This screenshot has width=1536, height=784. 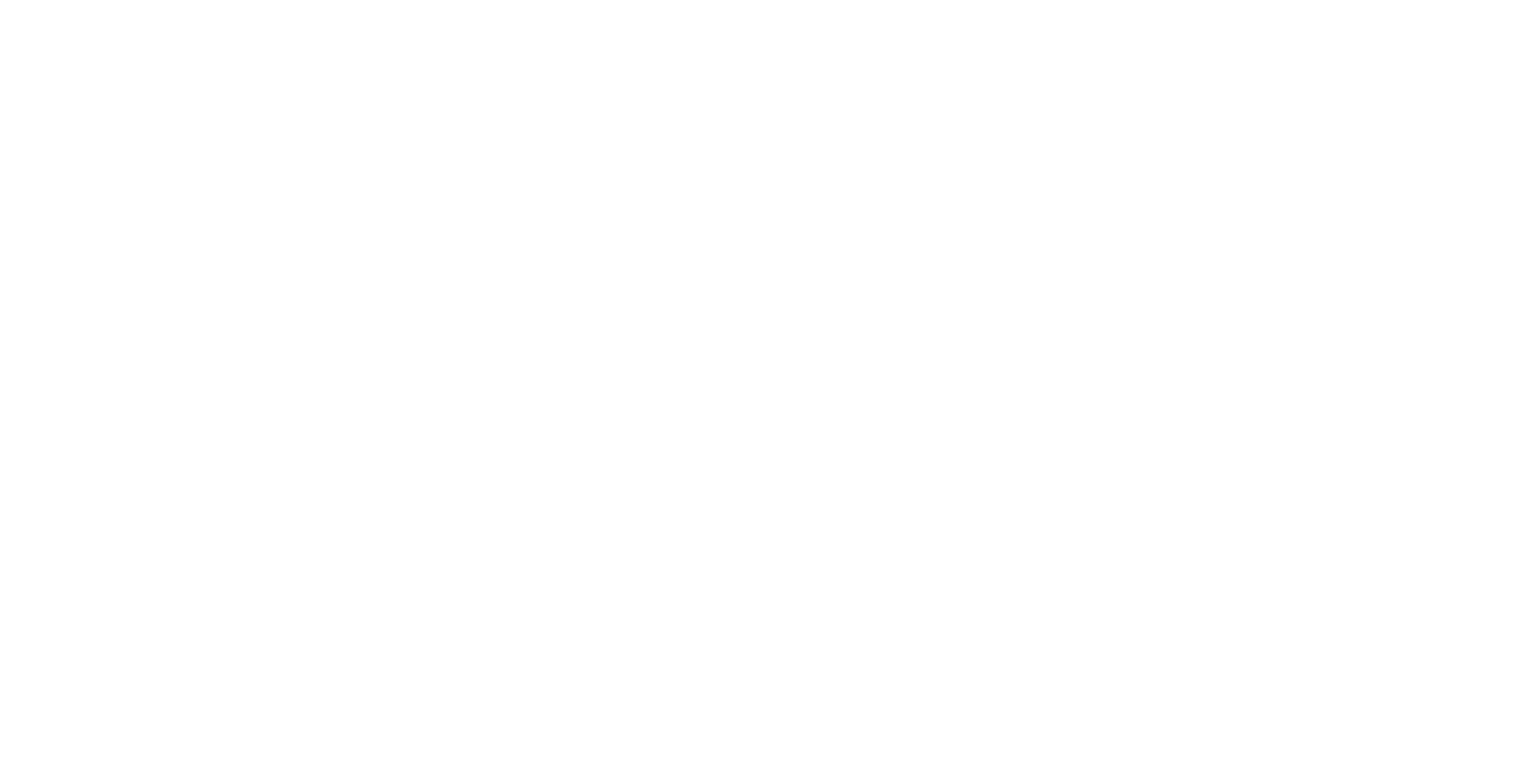 What do you see at coordinates (0, 59) in the screenshot?
I see `'Interview Air'` at bounding box center [0, 59].